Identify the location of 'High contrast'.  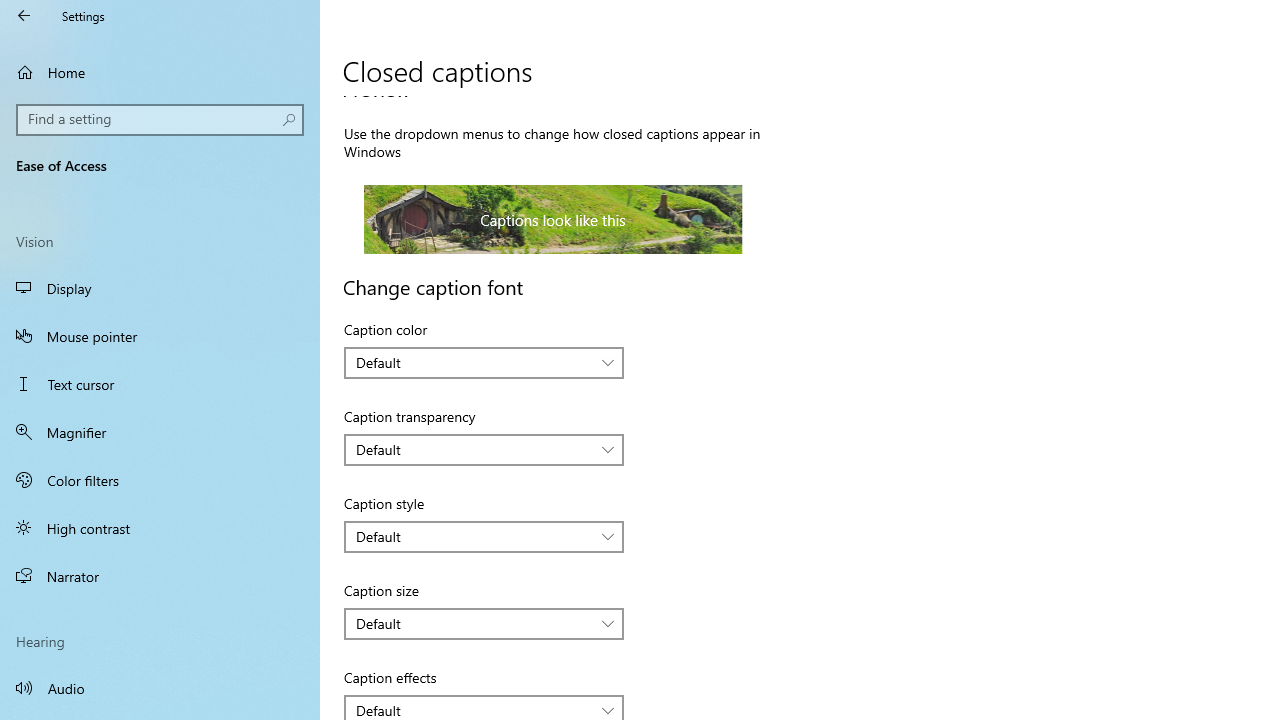
(160, 527).